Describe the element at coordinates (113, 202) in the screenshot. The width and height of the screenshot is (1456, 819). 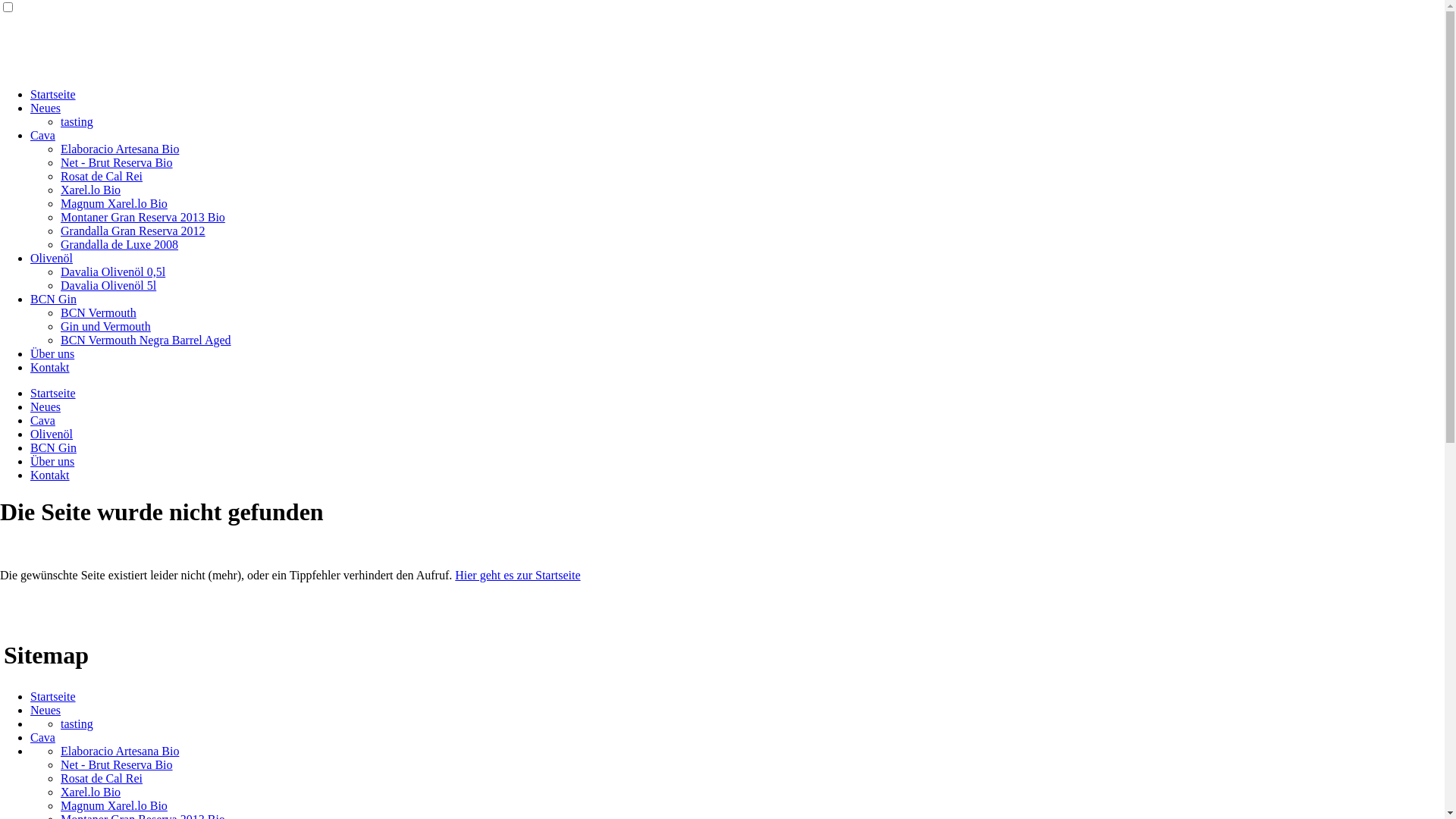
I see `'Magnum Xarel.lo Bio'` at that location.